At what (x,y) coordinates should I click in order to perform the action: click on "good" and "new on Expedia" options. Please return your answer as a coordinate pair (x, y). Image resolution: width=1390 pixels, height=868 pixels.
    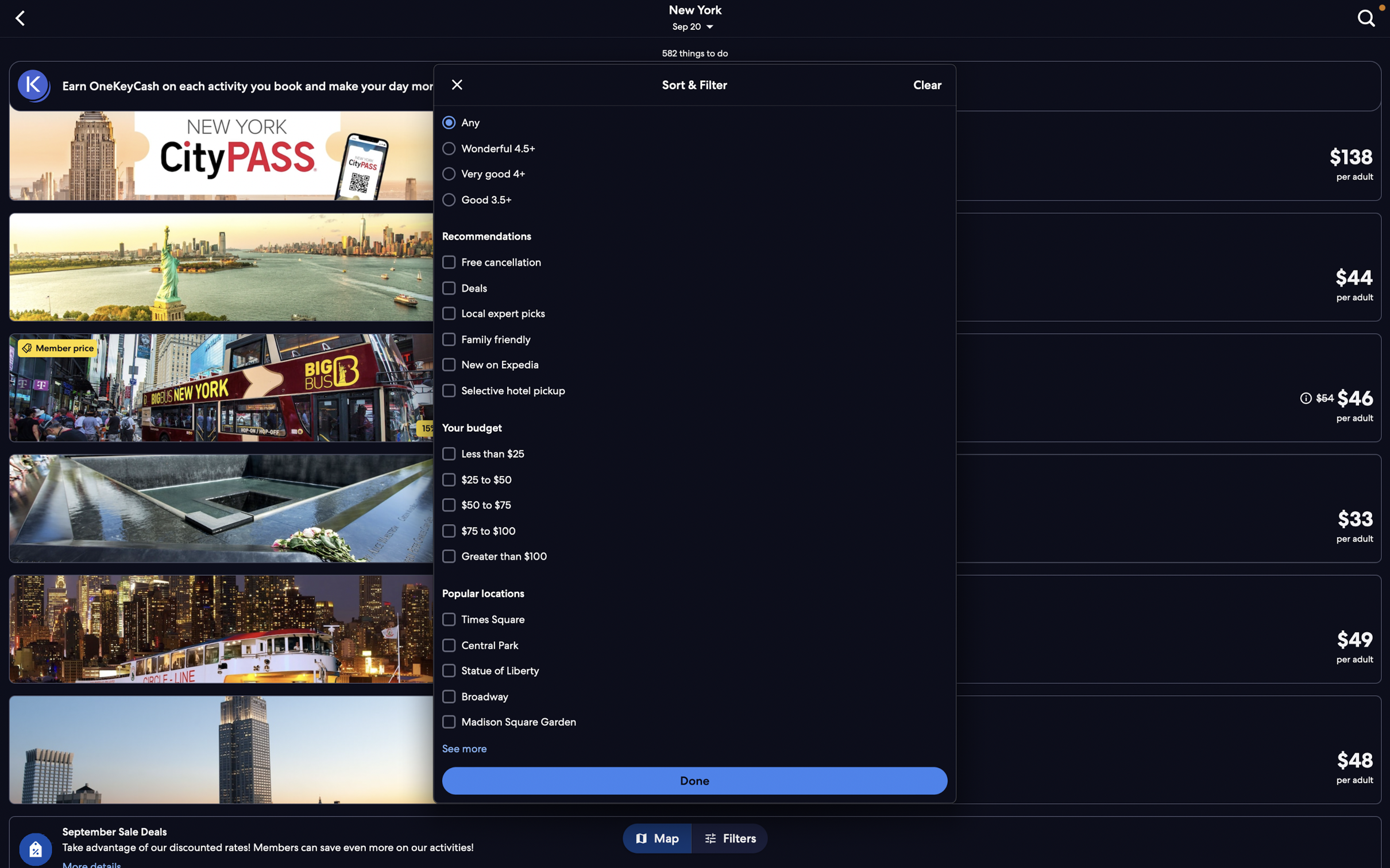
    Looking at the image, I should click on (692, 198).